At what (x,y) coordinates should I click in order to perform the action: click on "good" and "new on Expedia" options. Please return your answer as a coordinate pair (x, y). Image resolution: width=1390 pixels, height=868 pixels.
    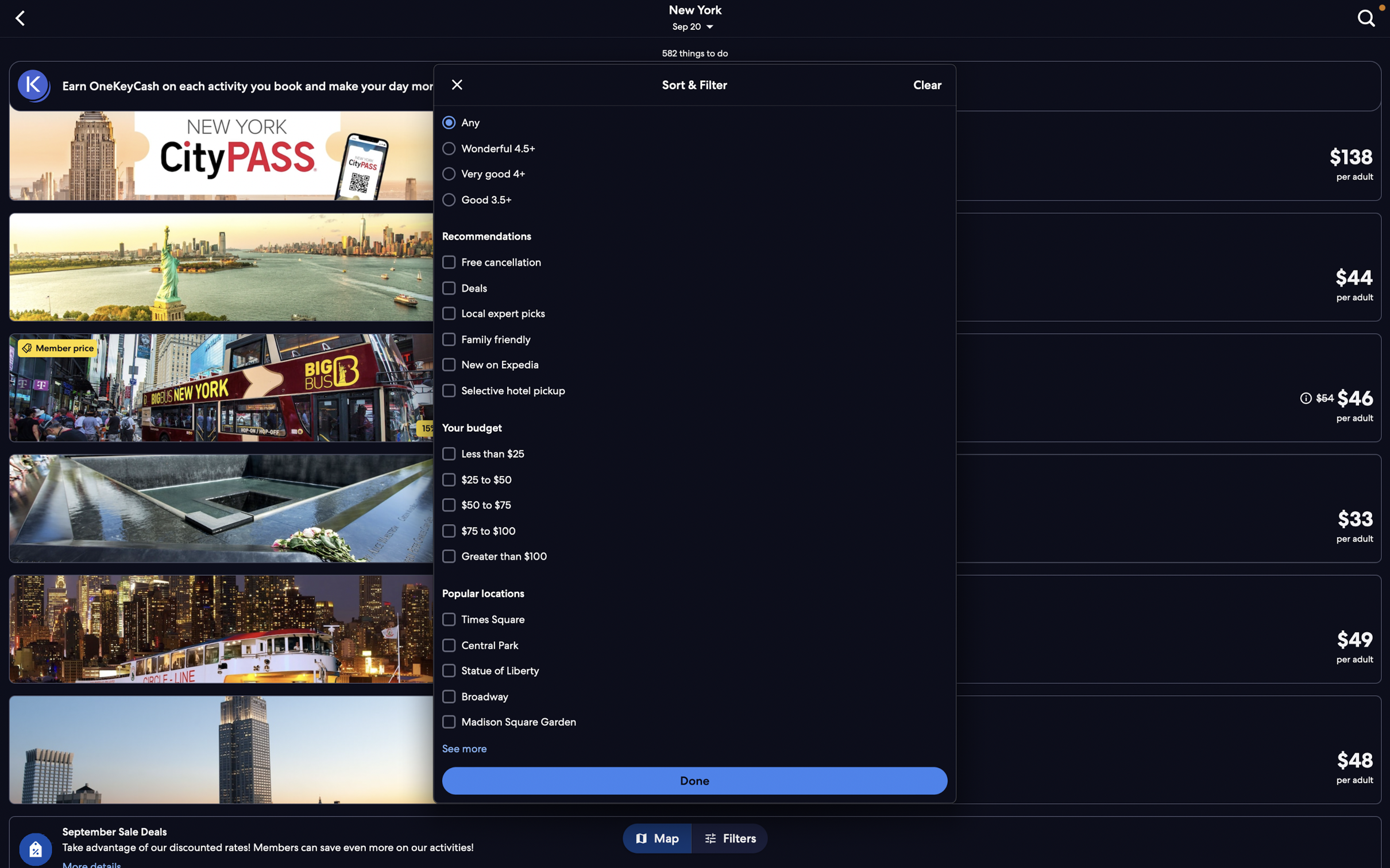
    Looking at the image, I should click on (692, 198).